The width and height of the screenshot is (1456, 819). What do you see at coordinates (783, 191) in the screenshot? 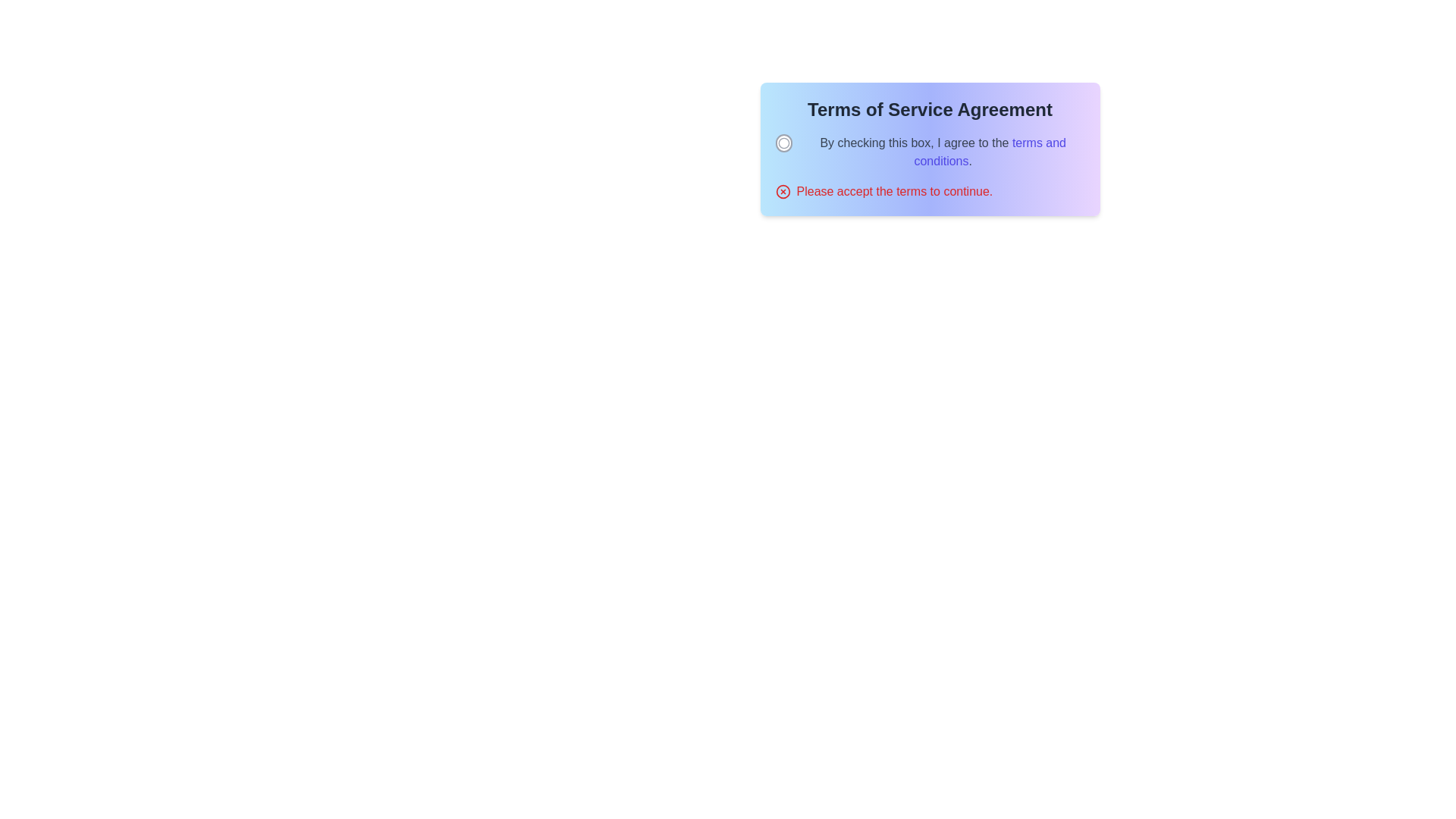
I see `the error or warning icon located on the left side of the line containing the error message 'Please accept the terms` at bounding box center [783, 191].